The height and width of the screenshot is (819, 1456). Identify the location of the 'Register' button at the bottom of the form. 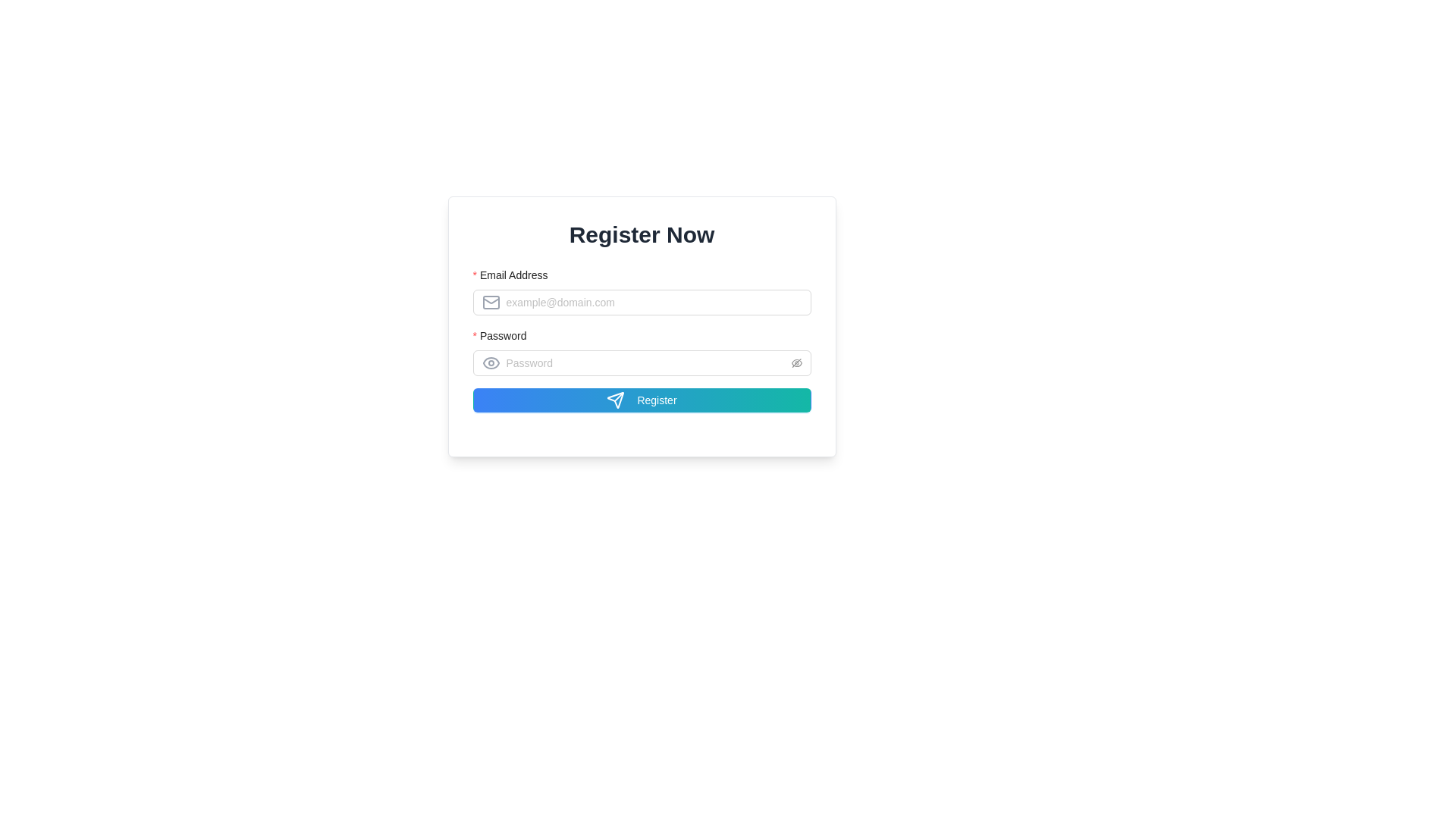
(642, 400).